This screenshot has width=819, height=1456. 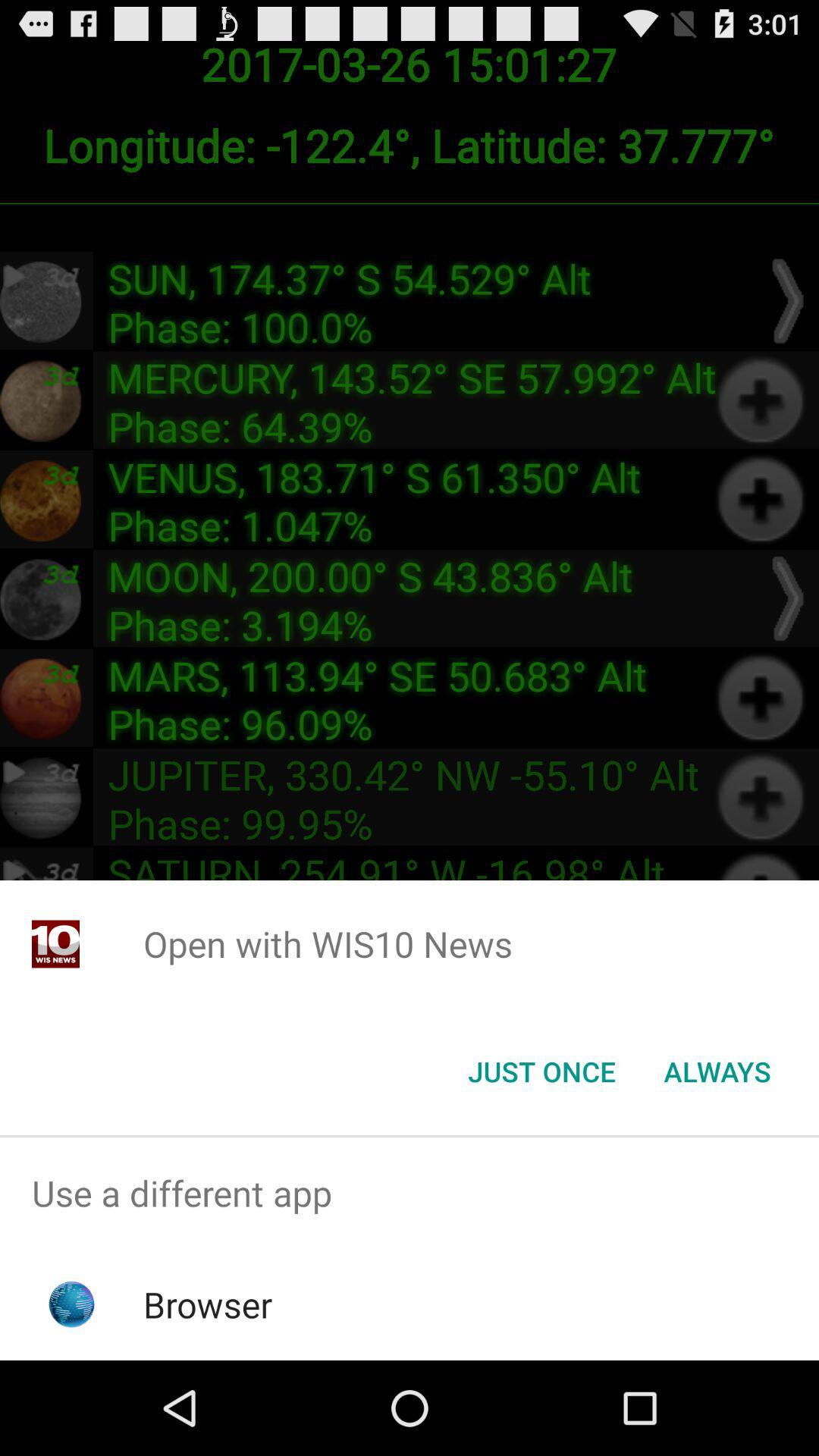 I want to click on use a different icon, so click(x=409, y=1192).